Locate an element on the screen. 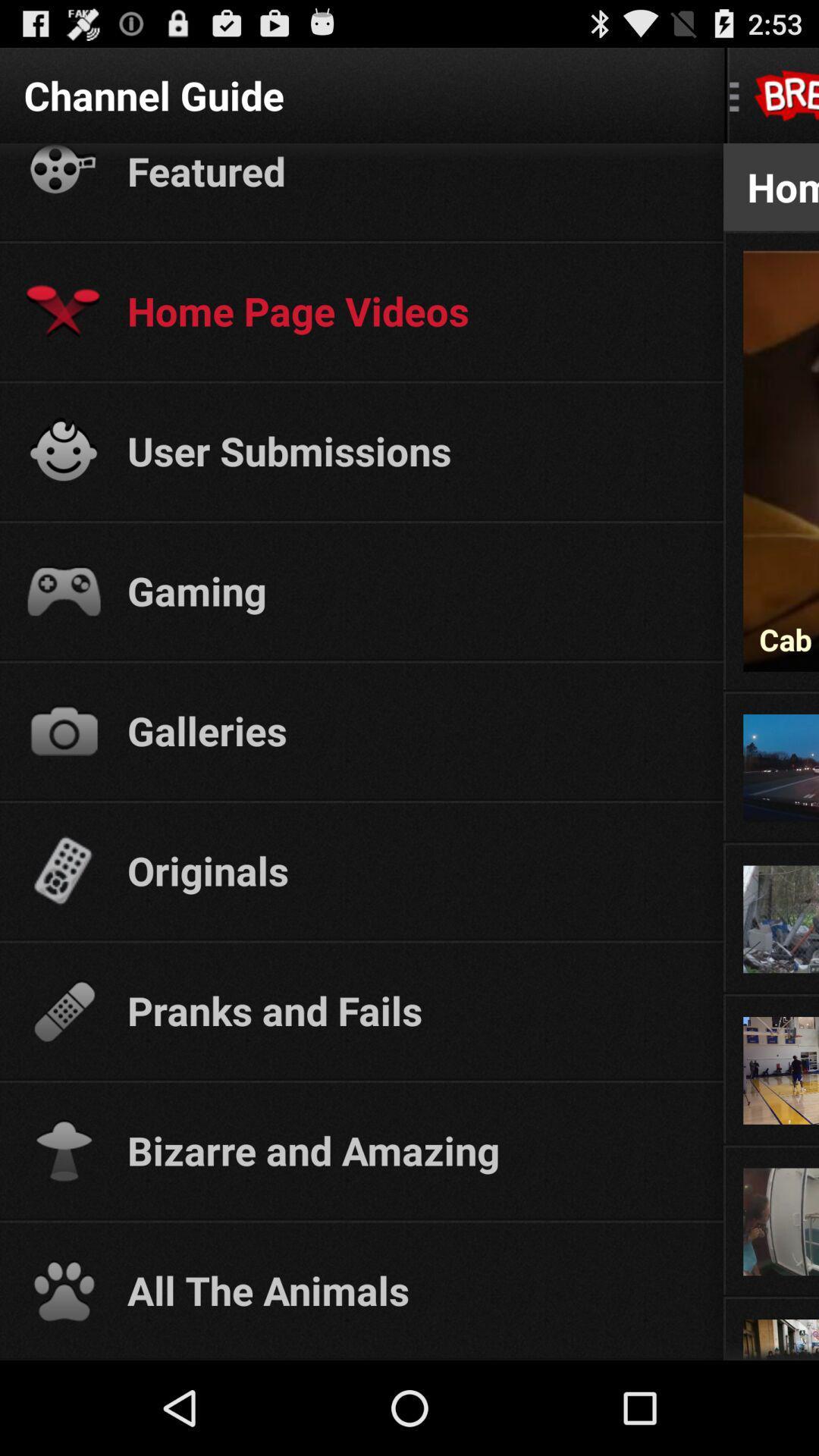  the item to the right of all the animals icon is located at coordinates (771, 1294).